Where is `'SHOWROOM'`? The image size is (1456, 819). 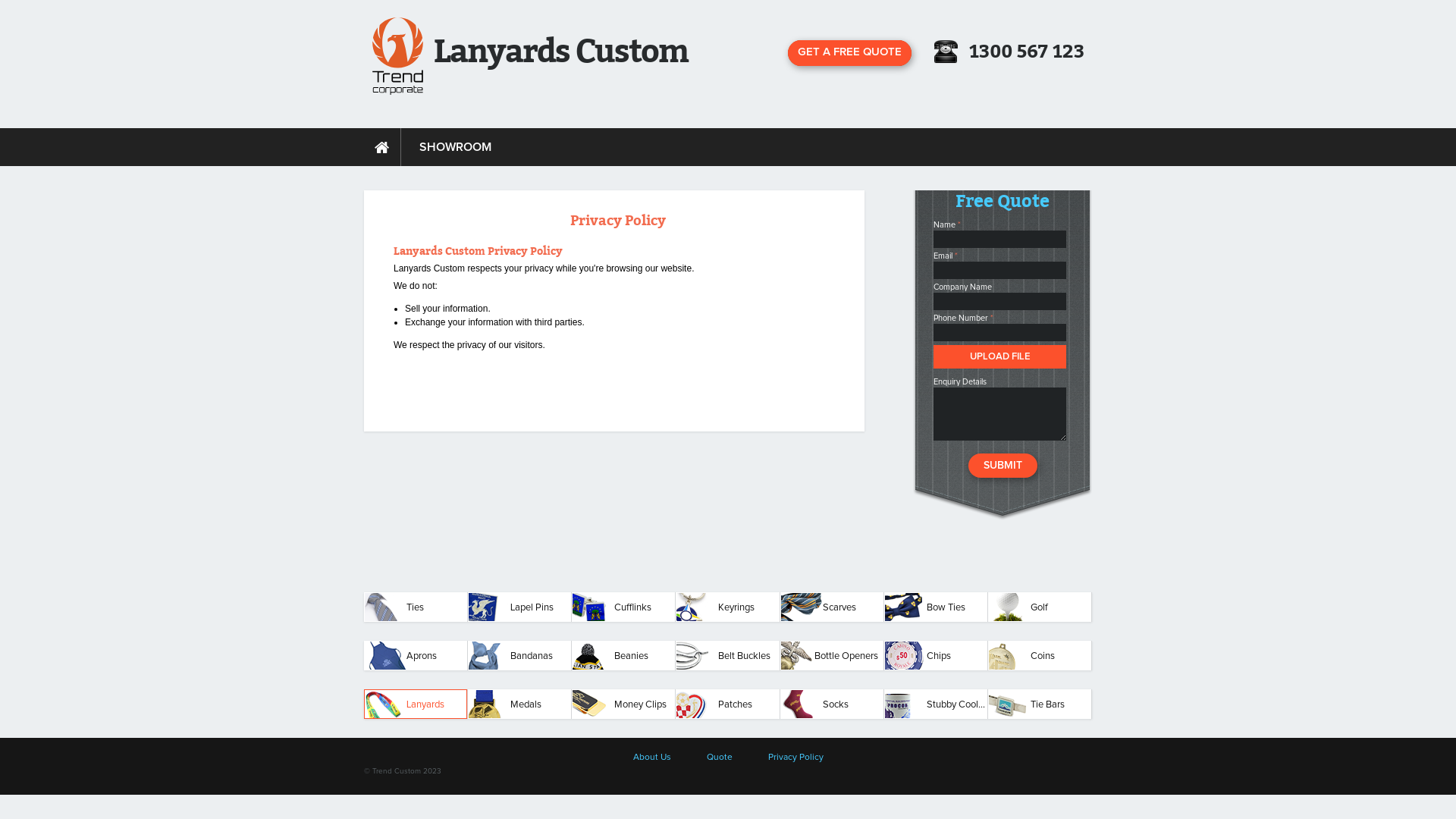 'SHOWROOM' is located at coordinates (454, 146).